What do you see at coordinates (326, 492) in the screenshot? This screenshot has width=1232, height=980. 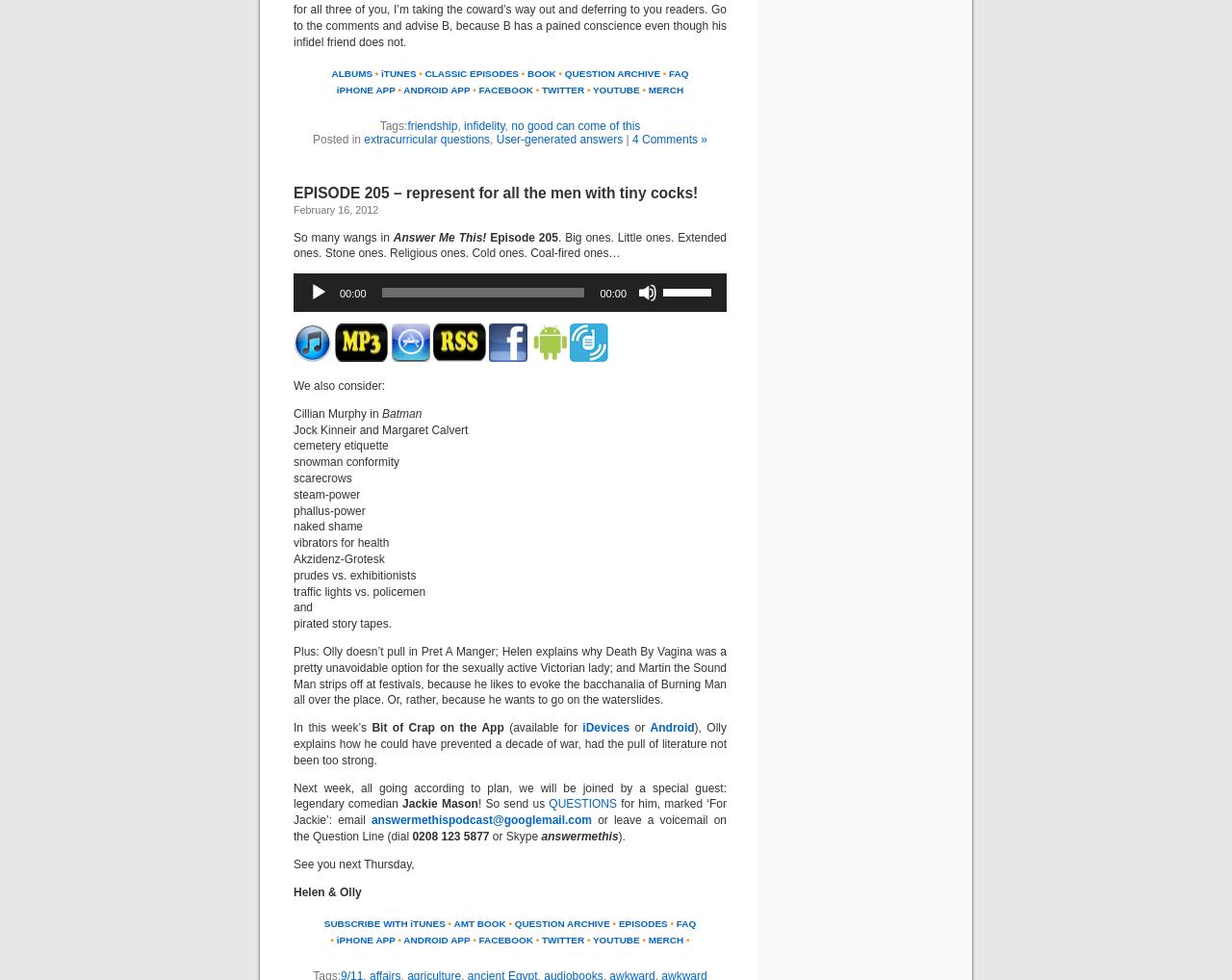 I see `'steam-power'` at bounding box center [326, 492].